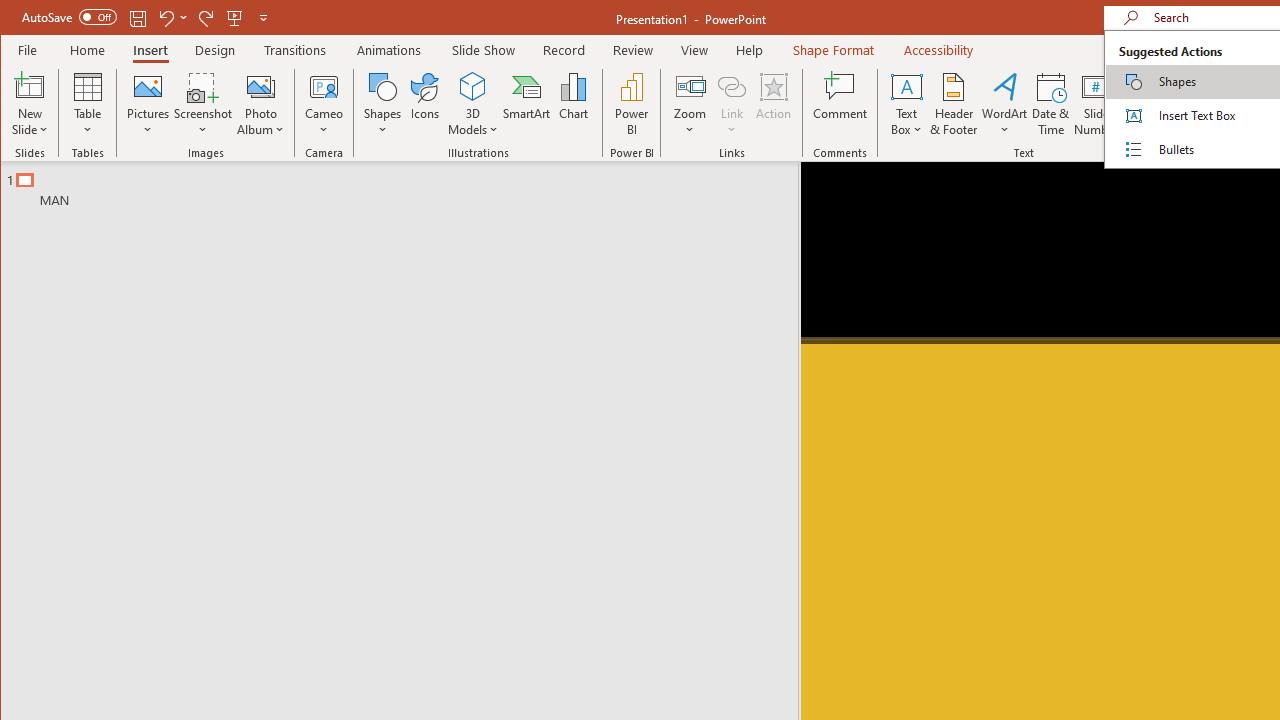  What do you see at coordinates (840, 104) in the screenshot?
I see `'Comment'` at bounding box center [840, 104].